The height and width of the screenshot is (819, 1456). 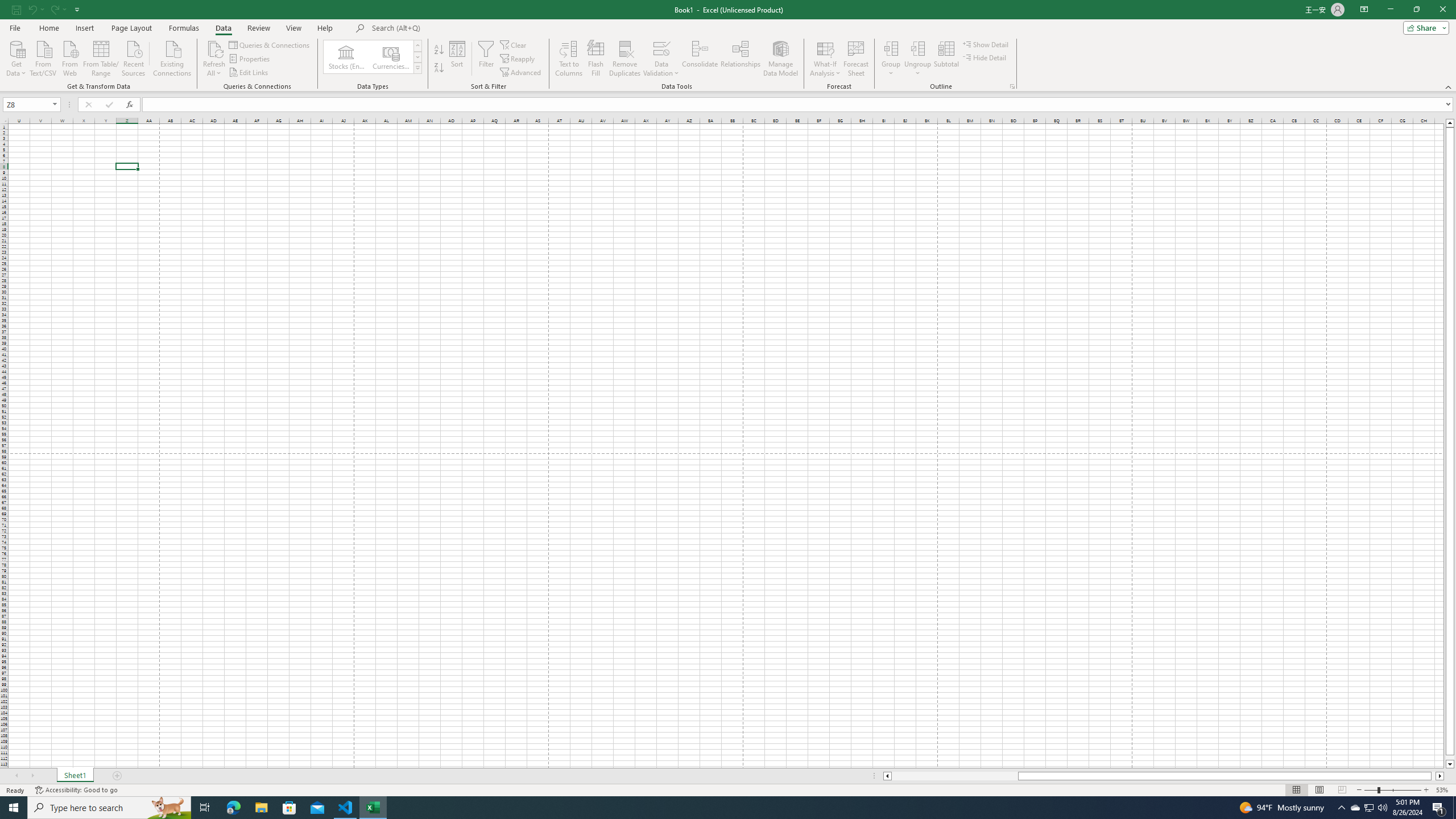 I want to click on 'Advanced...', so click(x=521, y=72).